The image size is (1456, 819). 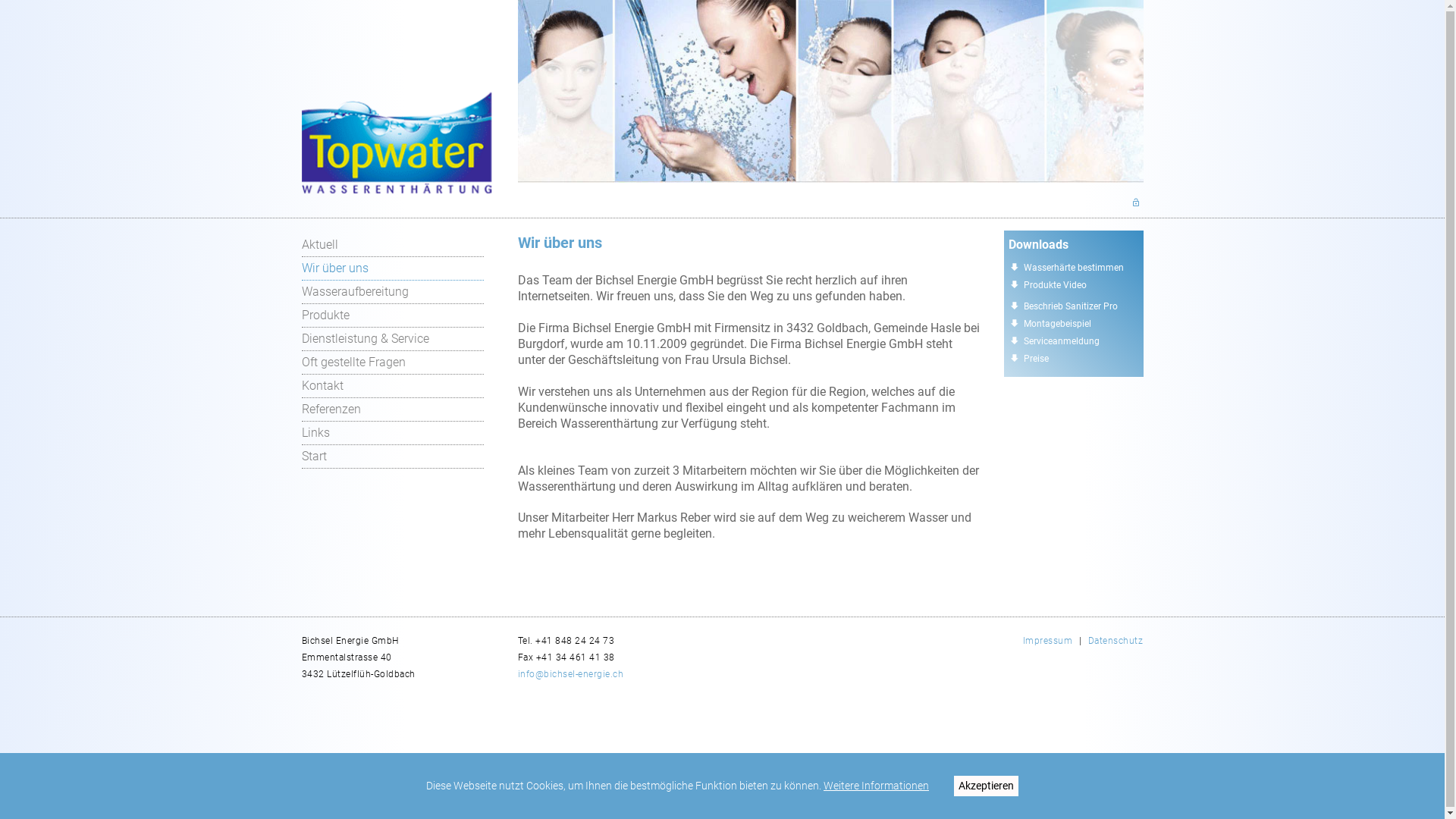 I want to click on 'Oft gestellte Fragen', so click(x=393, y=362).